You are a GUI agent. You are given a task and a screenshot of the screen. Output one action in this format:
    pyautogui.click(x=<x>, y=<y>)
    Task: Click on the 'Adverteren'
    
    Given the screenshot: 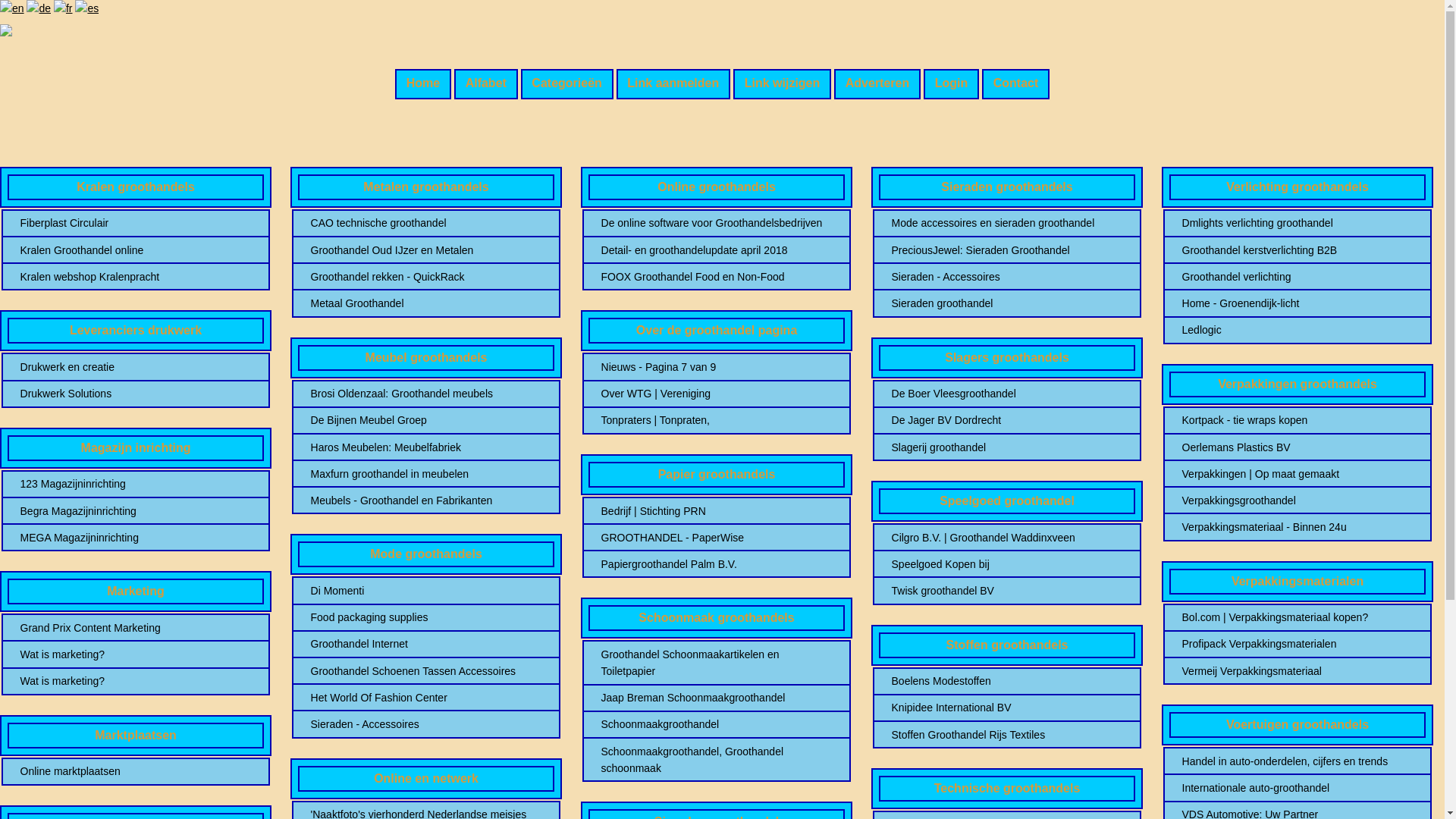 What is the action you would take?
    pyautogui.click(x=877, y=84)
    